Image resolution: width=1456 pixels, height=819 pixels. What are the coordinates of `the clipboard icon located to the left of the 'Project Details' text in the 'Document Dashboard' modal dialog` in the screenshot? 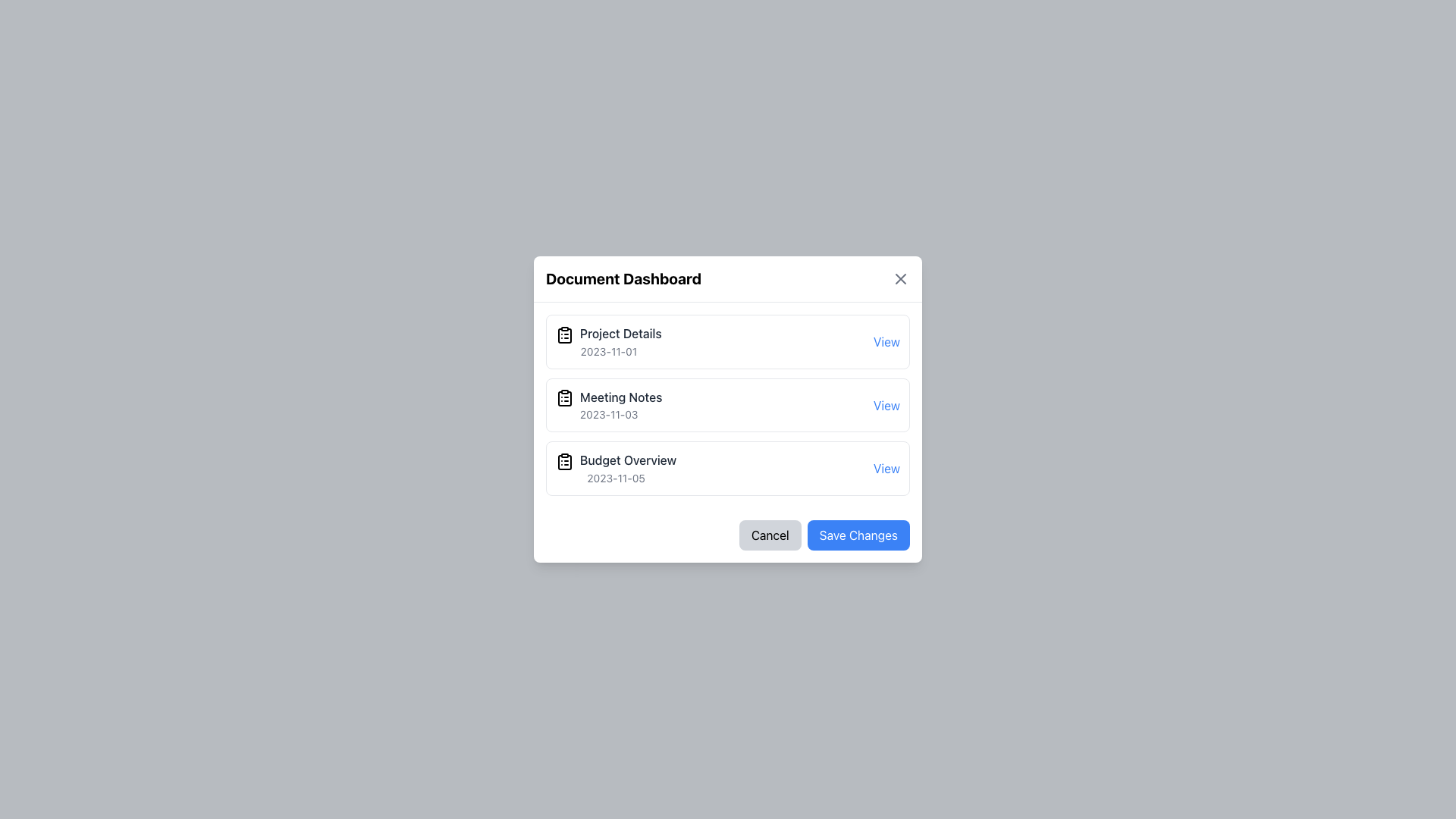 It's located at (563, 333).